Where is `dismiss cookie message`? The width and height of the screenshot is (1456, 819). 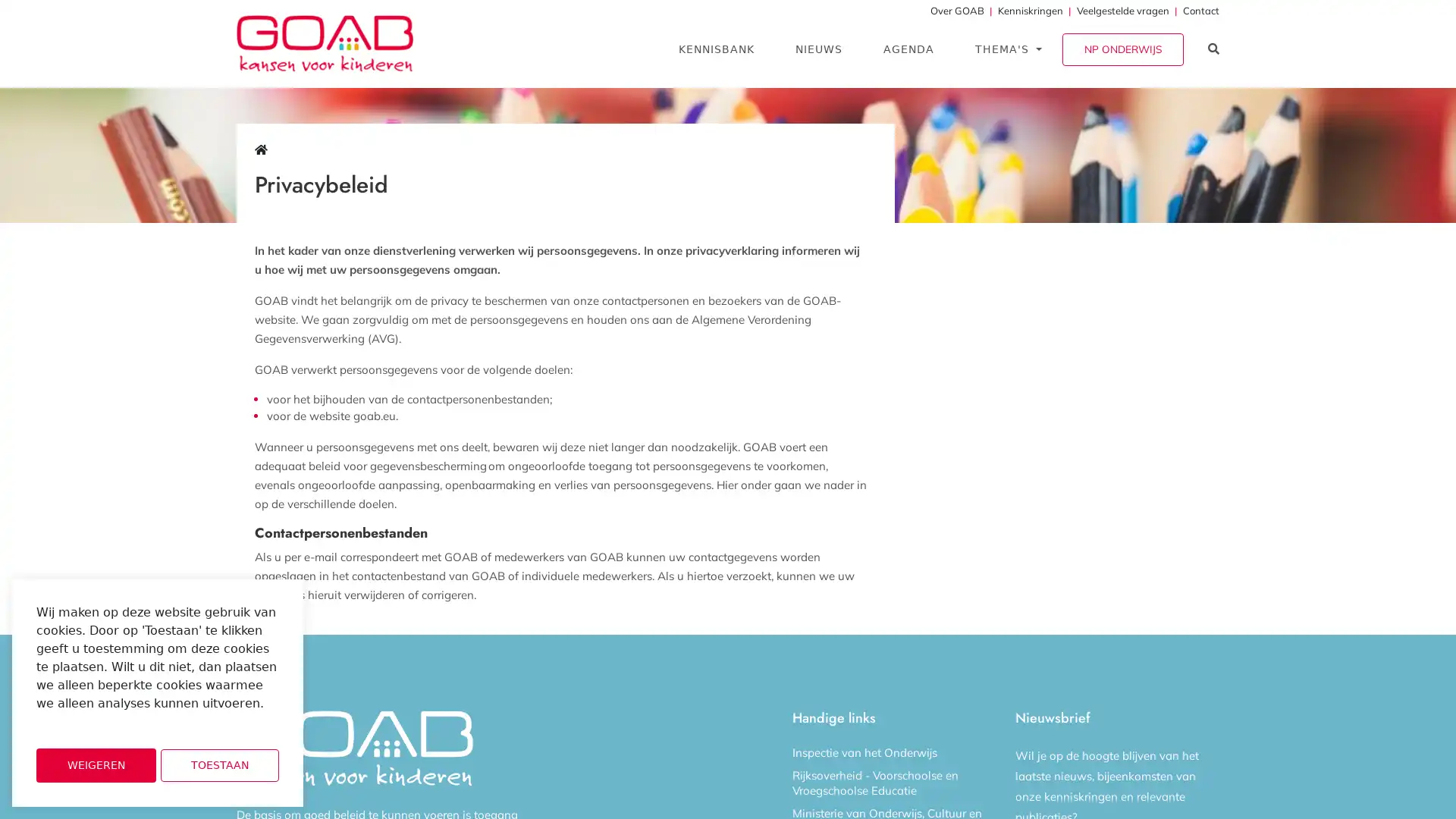 dismiss cookie message is located at coordinates (95, 765).